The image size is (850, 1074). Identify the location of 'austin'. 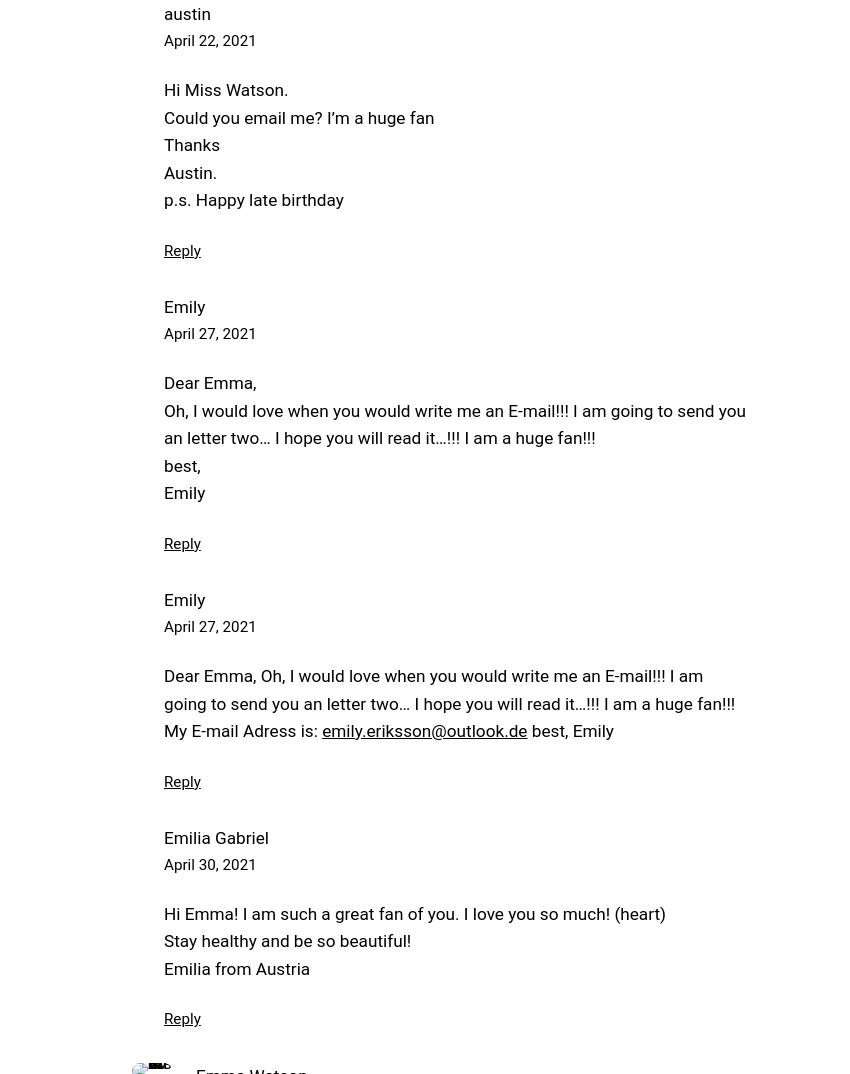
(186, 12).